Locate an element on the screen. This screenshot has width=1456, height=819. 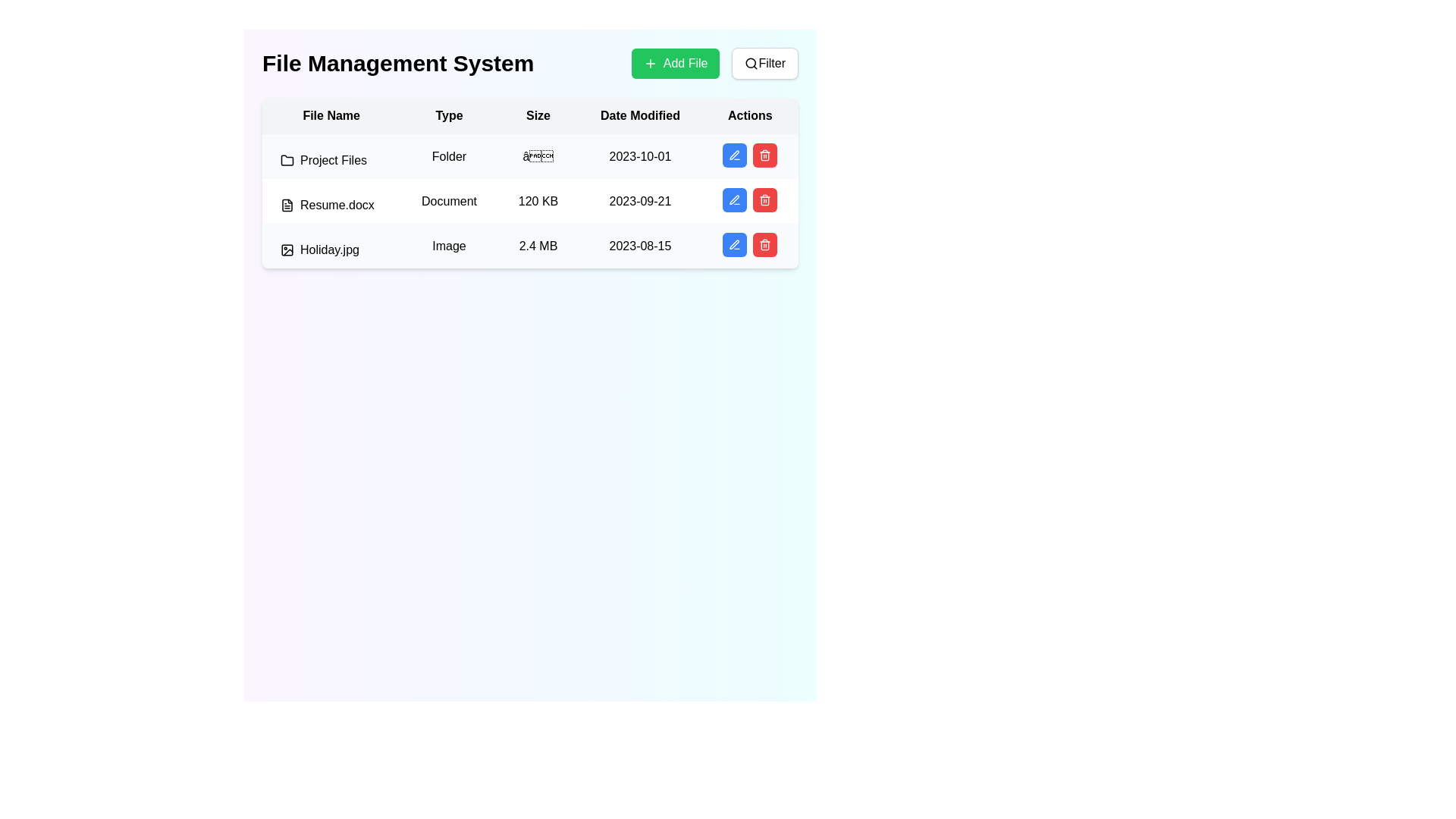
the trash bin icon button located in the 'Actions' column of the file management table is located at coordinates (765, 155).